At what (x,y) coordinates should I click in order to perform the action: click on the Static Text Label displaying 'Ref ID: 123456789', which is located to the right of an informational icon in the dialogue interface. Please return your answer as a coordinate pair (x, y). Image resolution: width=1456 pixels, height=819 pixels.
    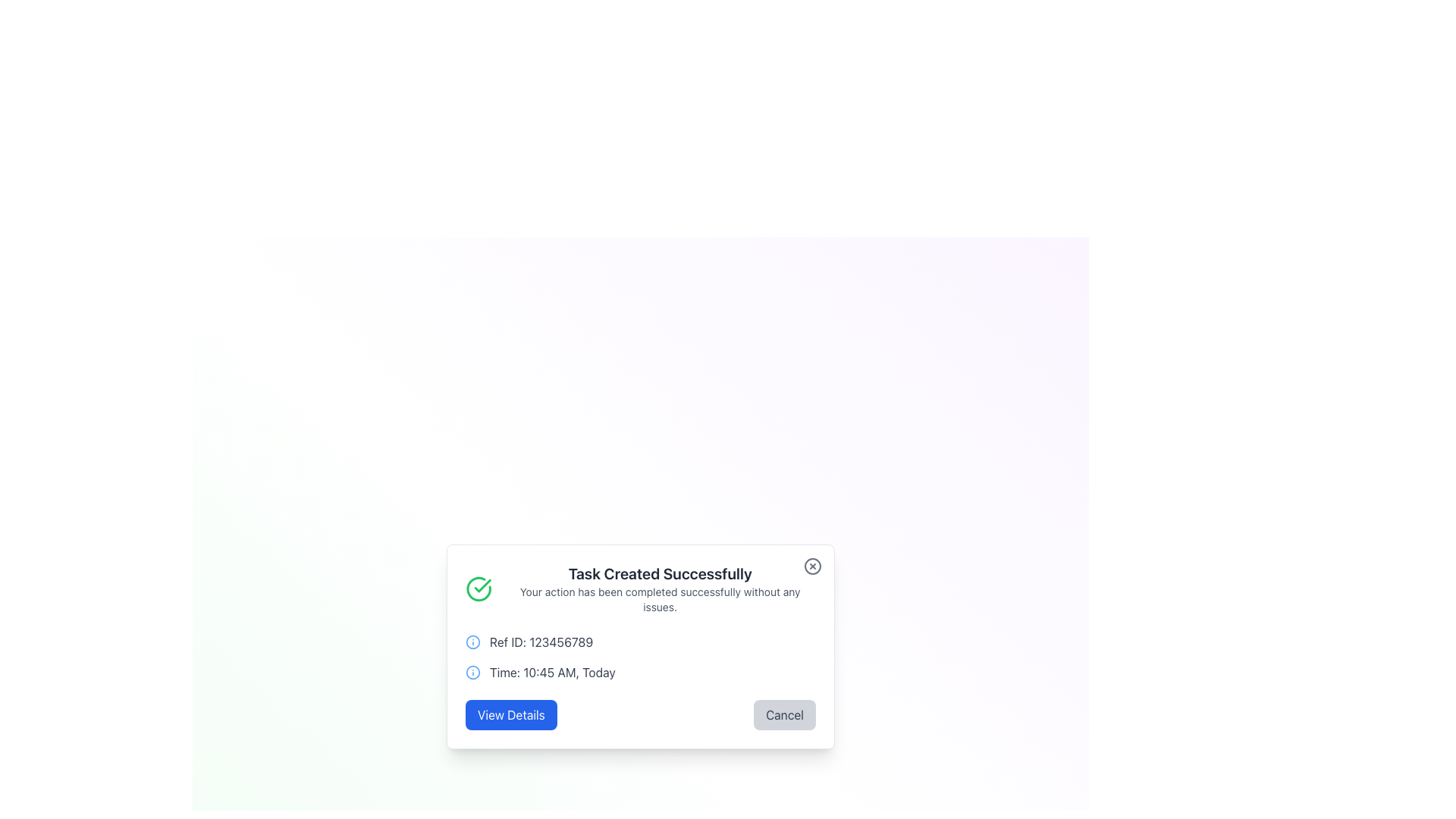
    Looking at the image, I should click on (541, 642).